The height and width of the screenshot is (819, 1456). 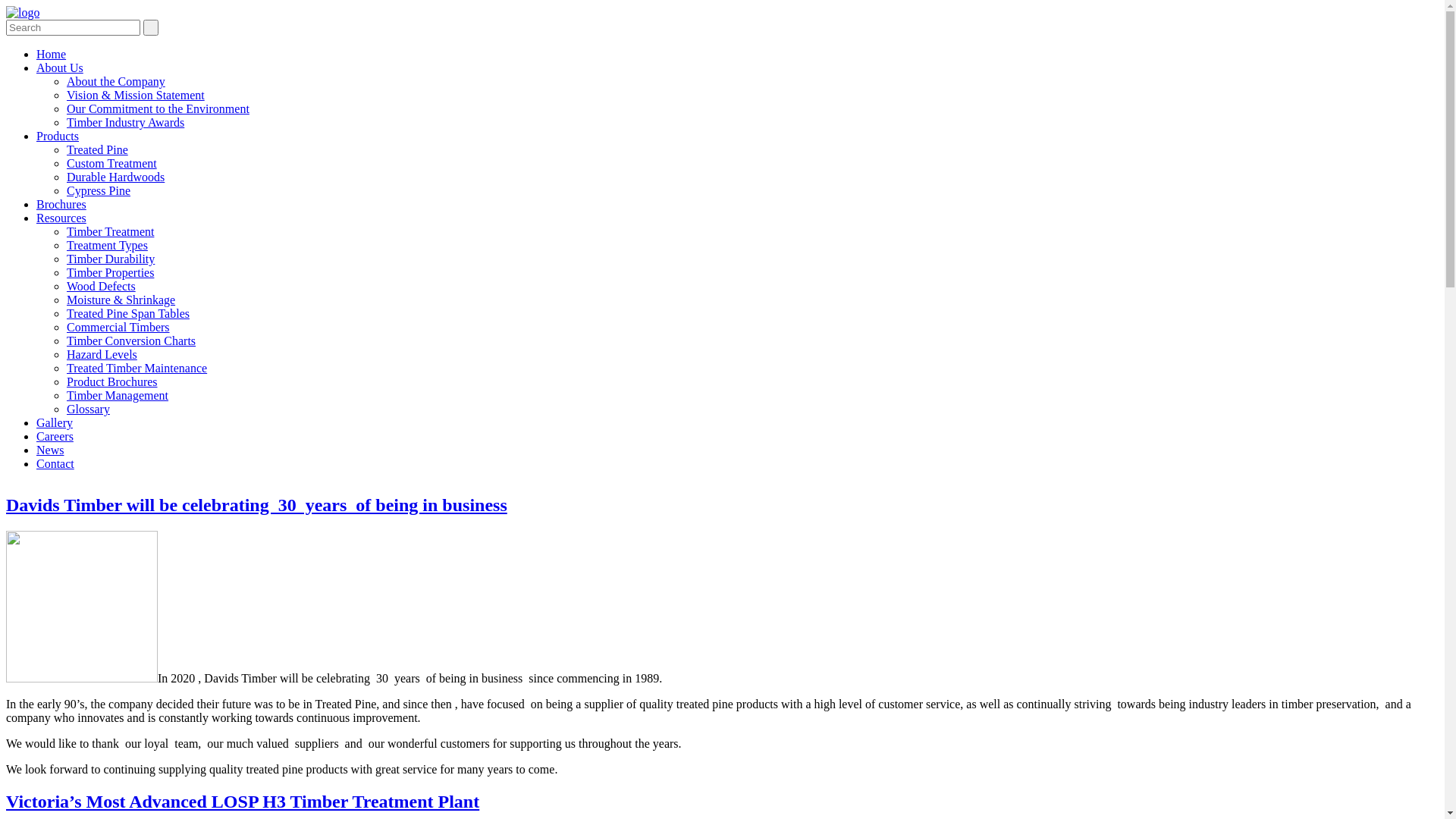 I want to click on 'Custom Treatment', so click(x=111, y=163).